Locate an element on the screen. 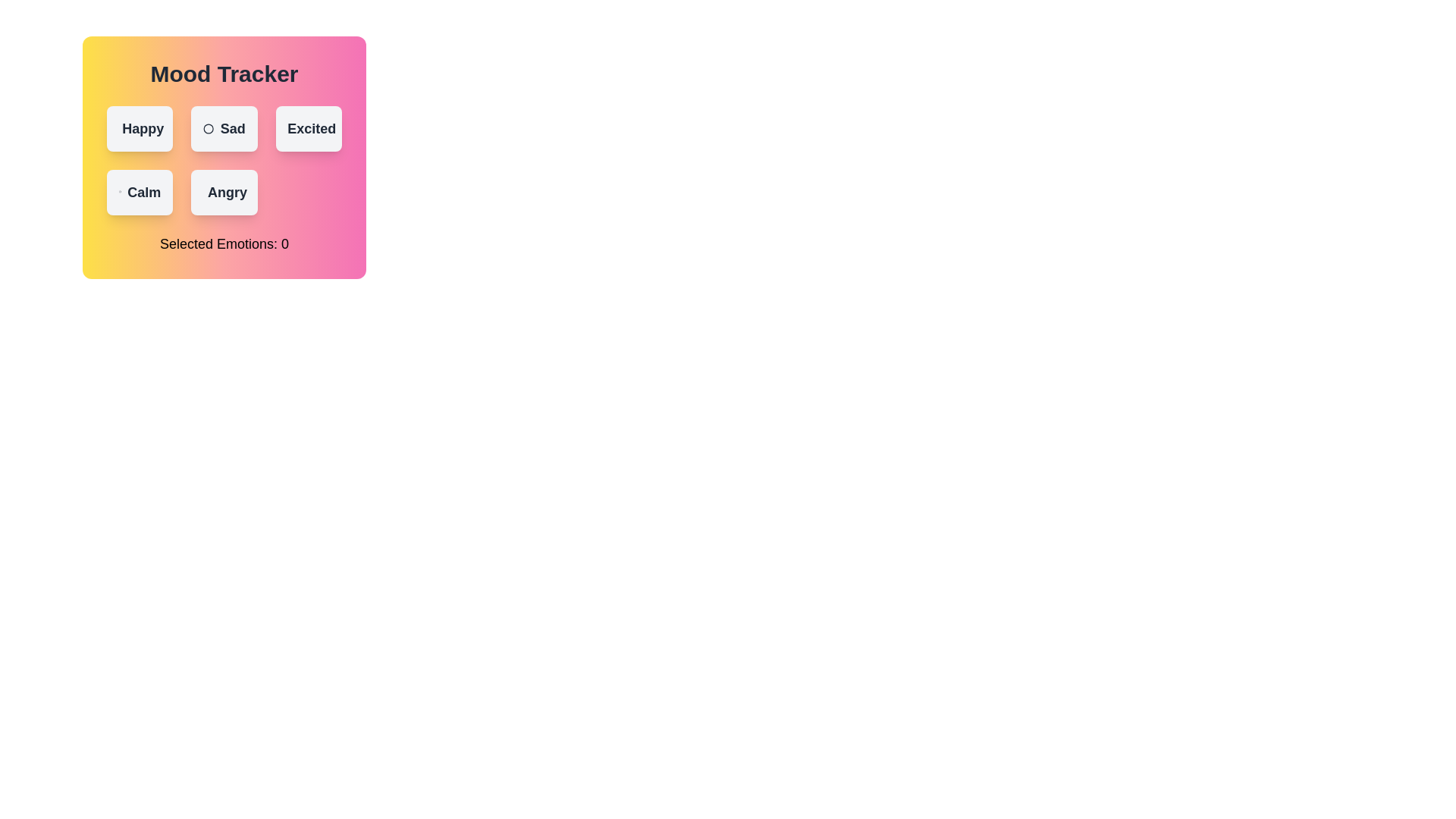 This screenshot has width=1456, height=819. the center of the background gradient to interact with it visually is located at coordinates (224, 158).